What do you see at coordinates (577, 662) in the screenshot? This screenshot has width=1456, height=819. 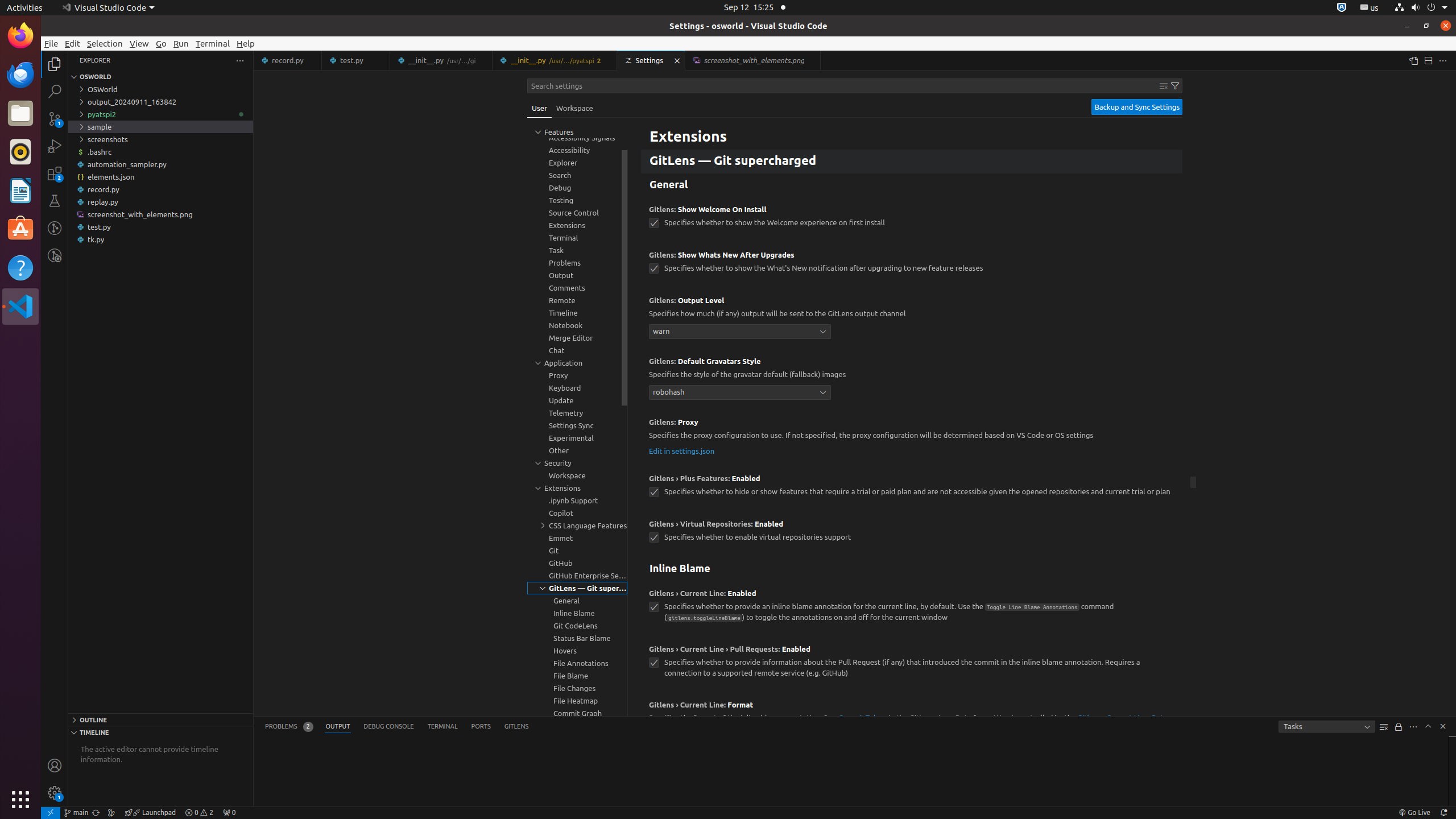 I see `'File Annotations, group'` at bounding box center [577, 662].